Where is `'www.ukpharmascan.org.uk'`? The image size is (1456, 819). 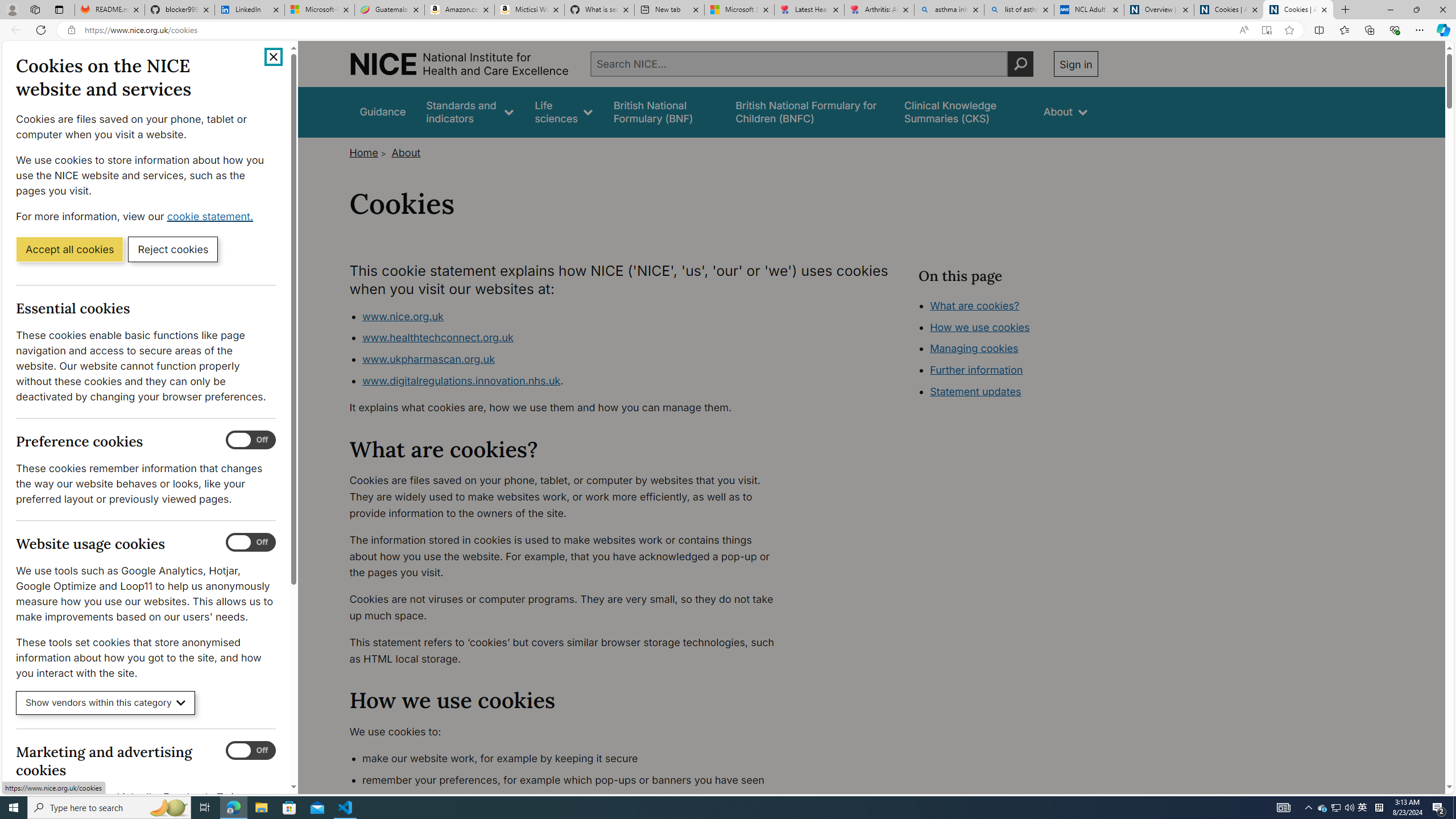
'www.ukpharmascan.org.uk' is located at coordinates (427, 359).